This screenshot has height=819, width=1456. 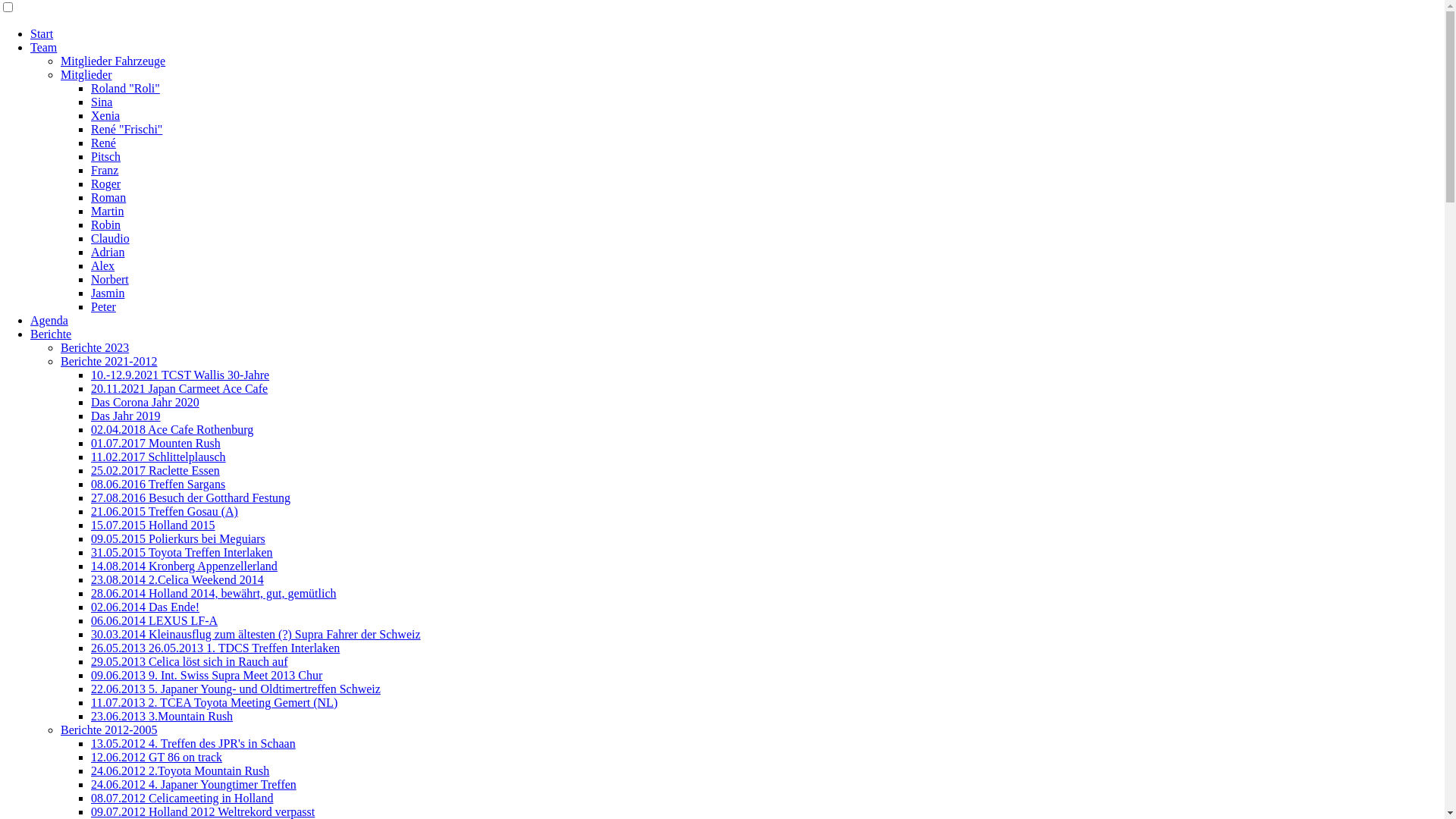 What do you see at coordinates (158, 484) in the screenshot?
I see `'08.06.2016 Treffen Sargans'` at bounding box center [158, 484].